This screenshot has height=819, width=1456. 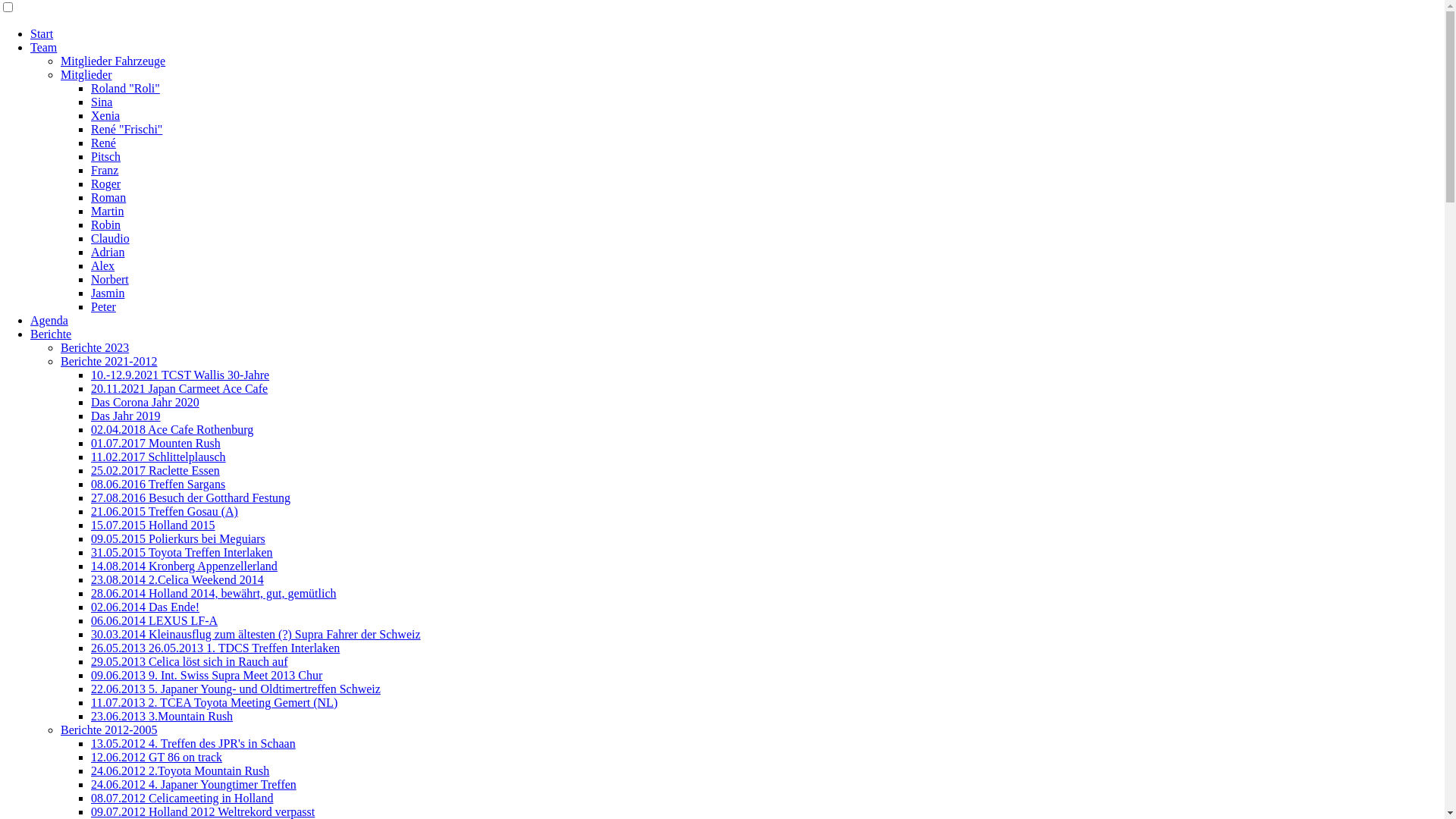 What do you see at coordinates (158, 484) in the screenshot?
I see `'08.06.2016 Treffen Sargans'` at bounding box center [158, 484].